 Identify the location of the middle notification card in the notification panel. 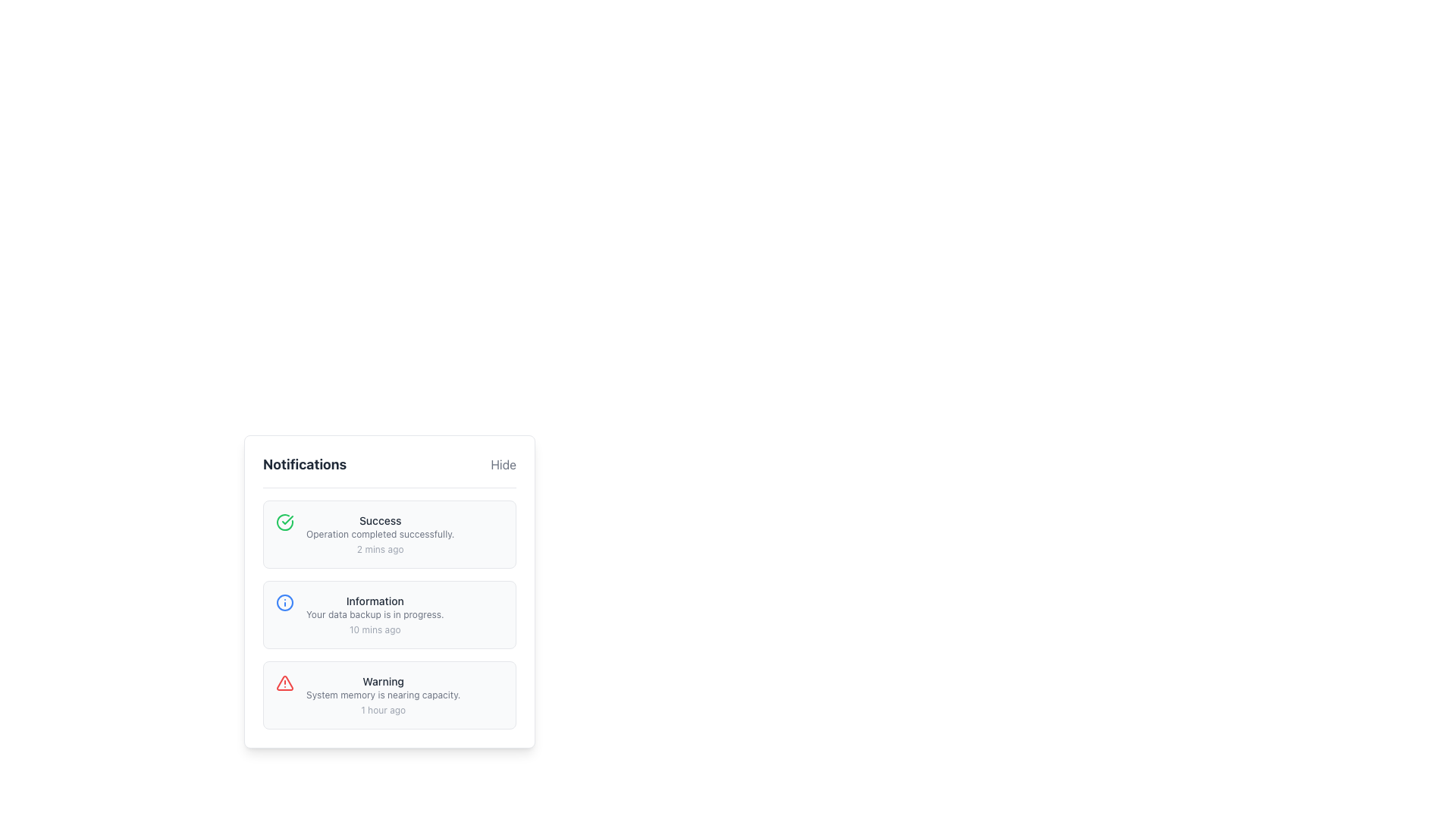
(375, 614).